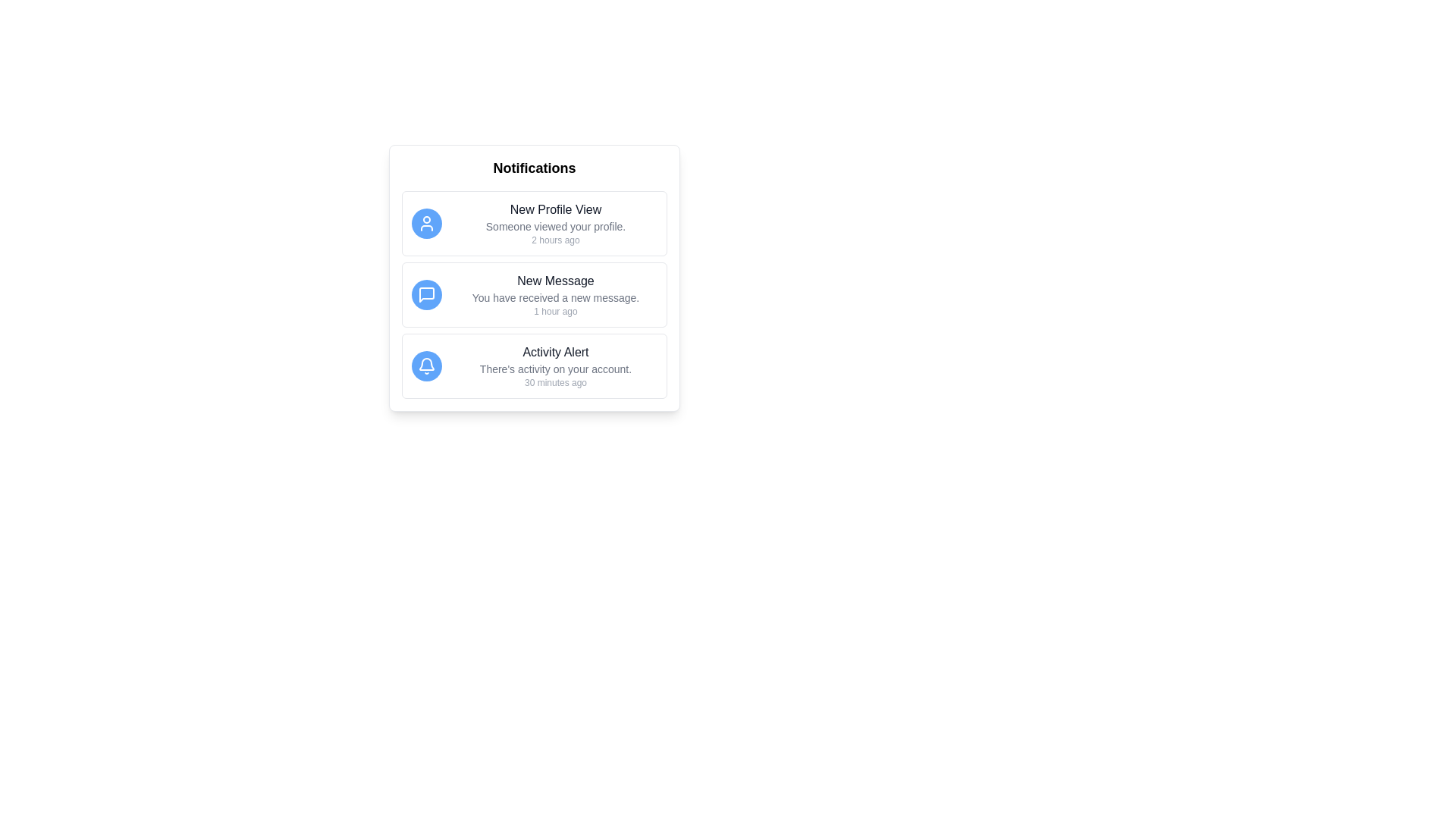 This screenshot has height=819, width=1456. Describe the element at coordinates (425, 295) in the screenshot. I see `the speech bubble icon located within the 'New Message' notification, which indicates a communication-related symbol` at that location.